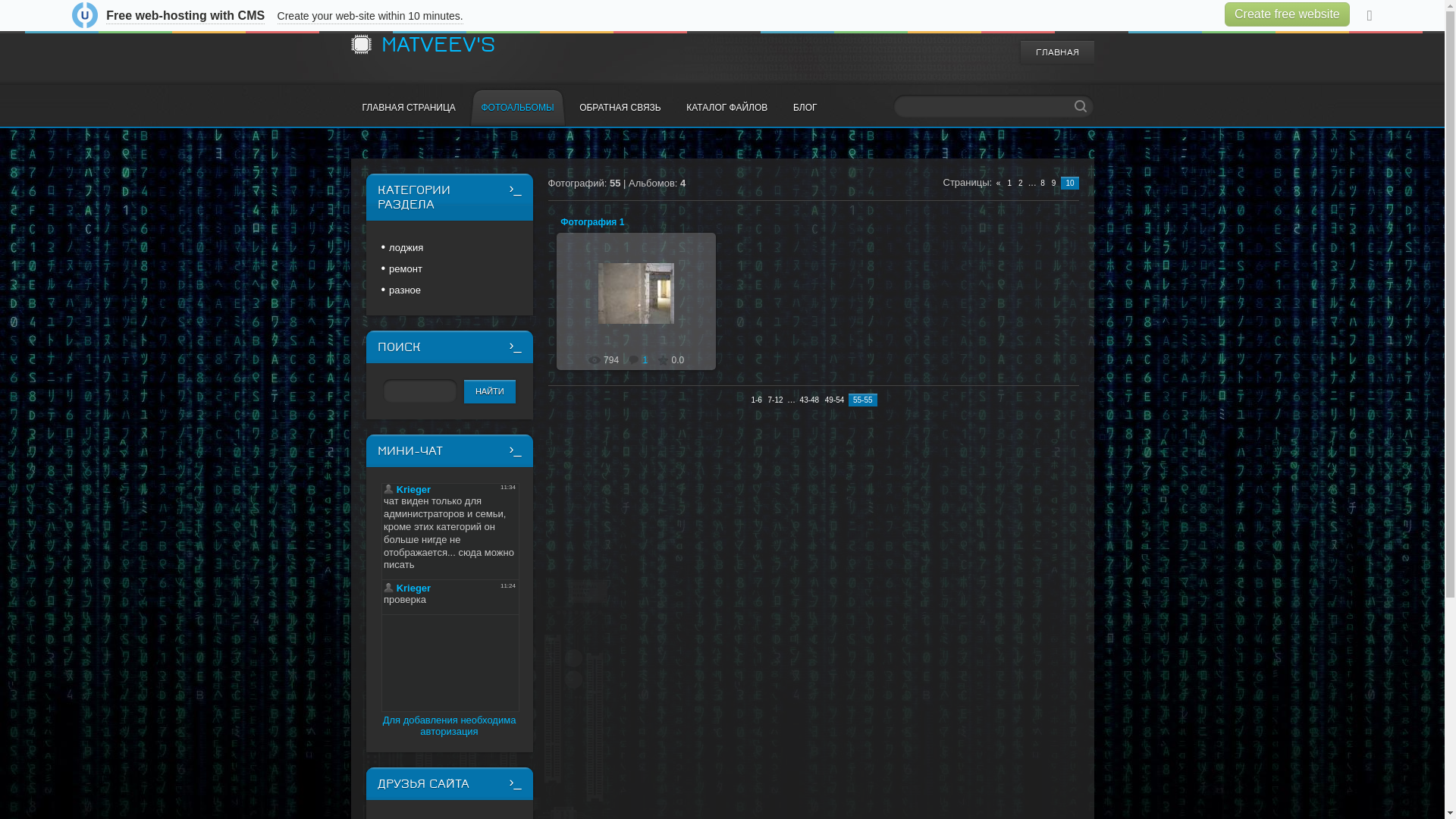  What do you see at coordinates (749, 399) in the screenshot?
I see `'1-6'` at bounding box center [749, 399].